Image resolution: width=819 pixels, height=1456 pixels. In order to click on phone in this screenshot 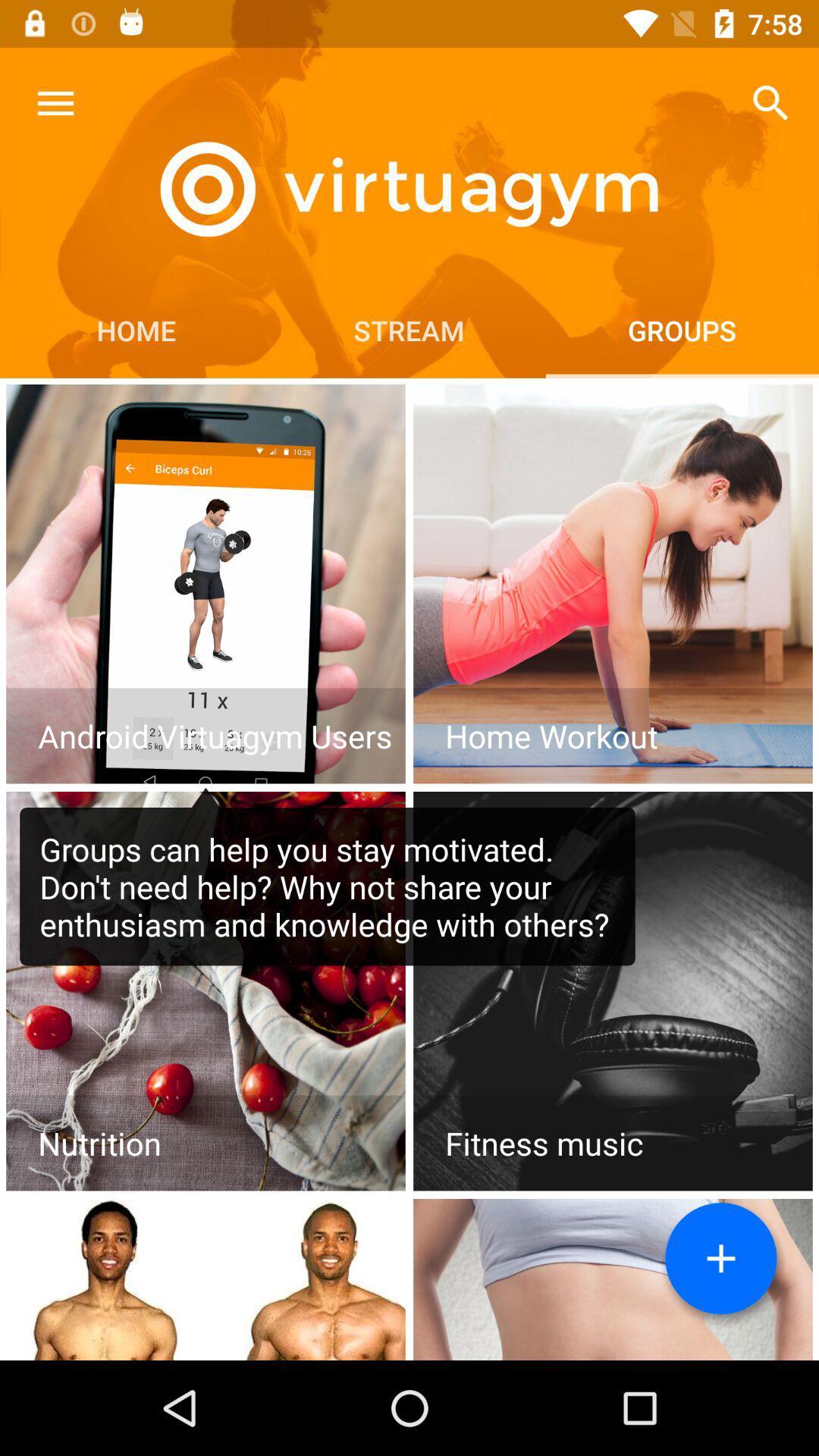, I will do `click(206, 583)`.